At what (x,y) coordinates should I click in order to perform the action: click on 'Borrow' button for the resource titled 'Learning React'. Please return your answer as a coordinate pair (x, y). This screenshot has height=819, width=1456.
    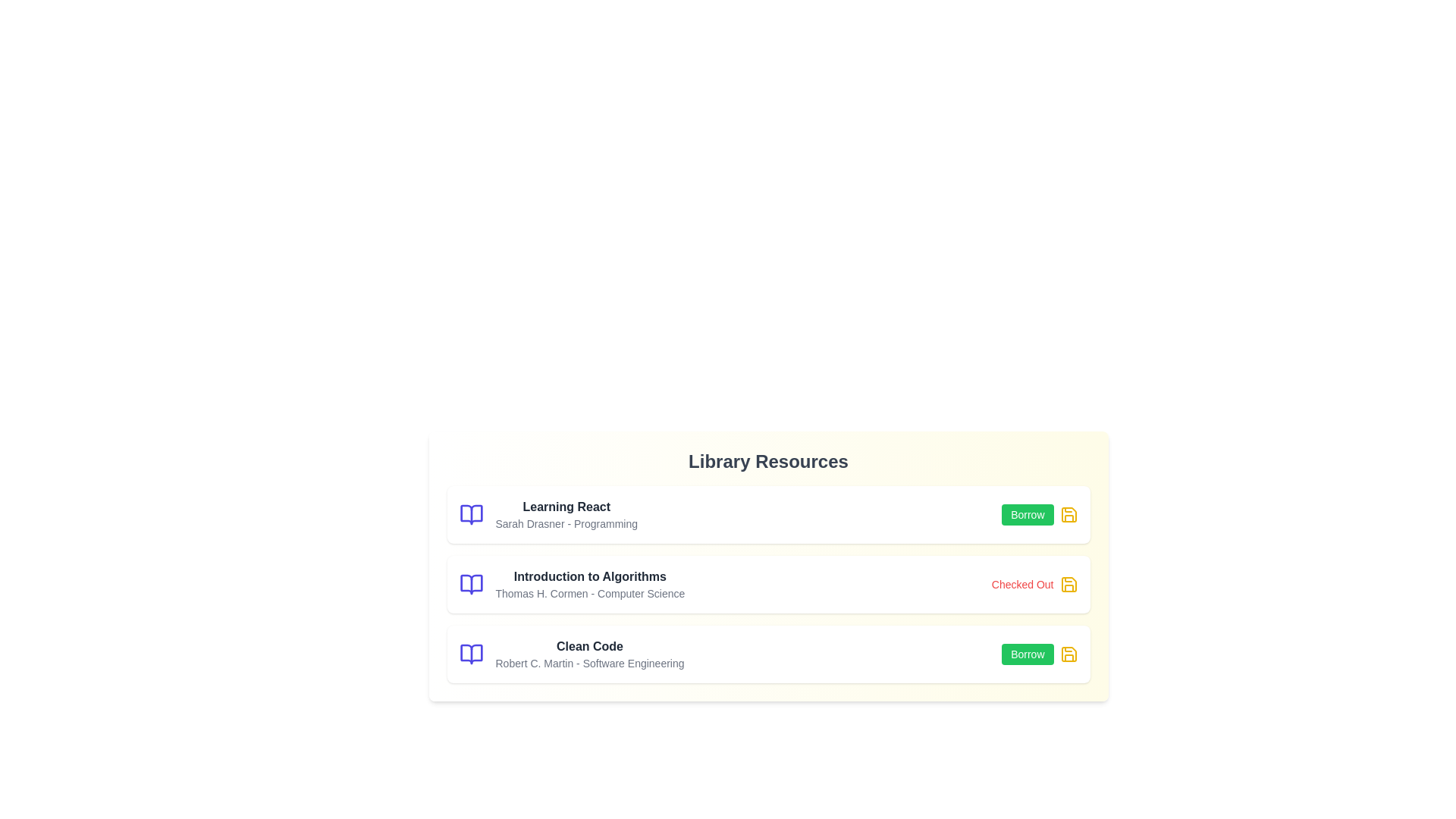
    Looking at the image, I should click on (1028, 513).